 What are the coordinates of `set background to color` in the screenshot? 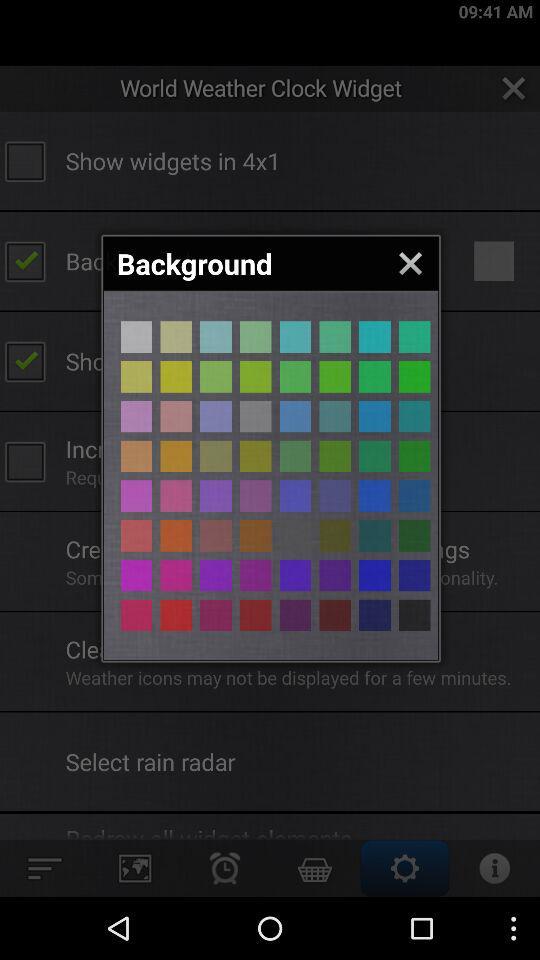 It's located at (335, 575).